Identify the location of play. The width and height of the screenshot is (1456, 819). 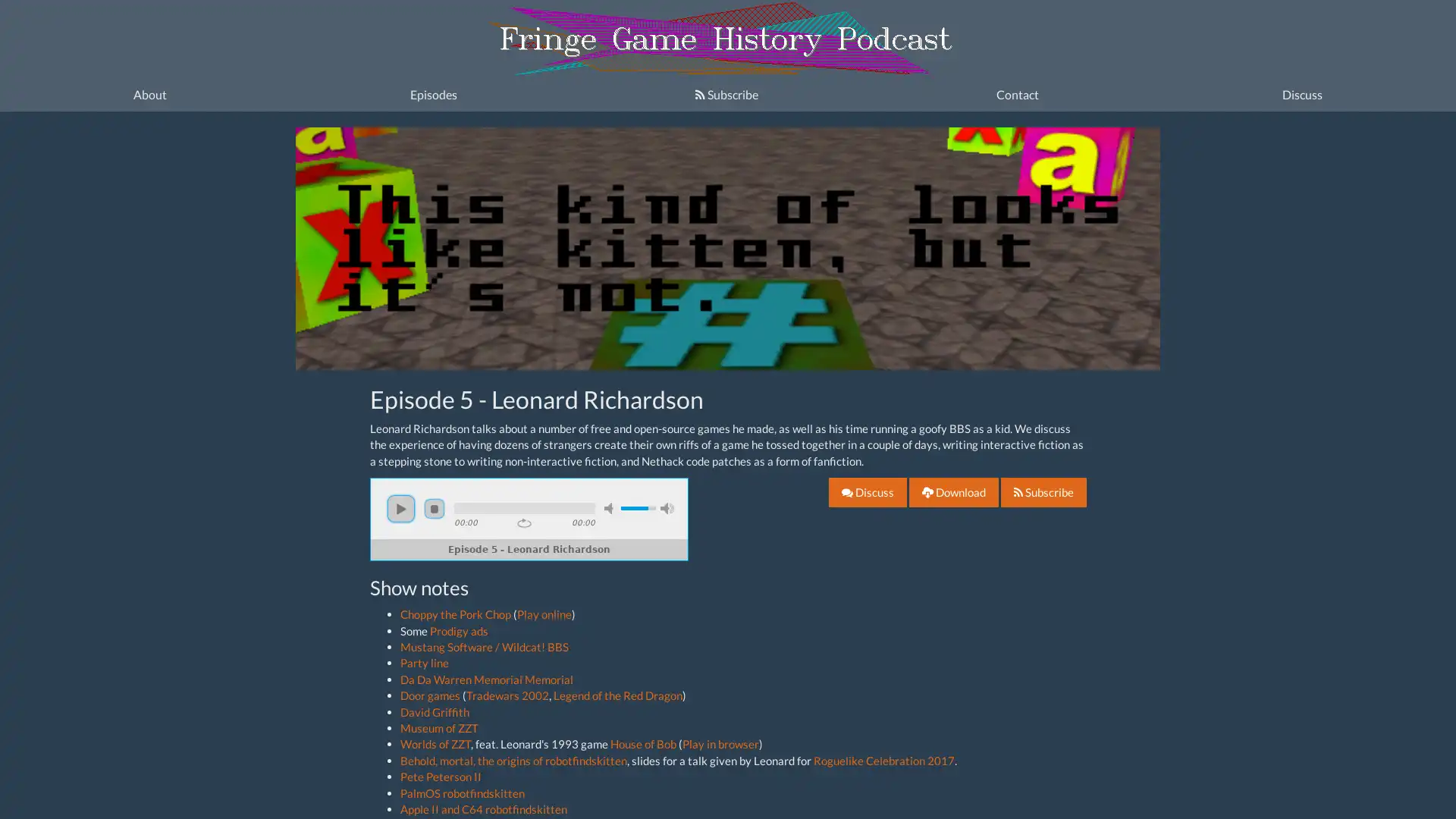
(400, 508).